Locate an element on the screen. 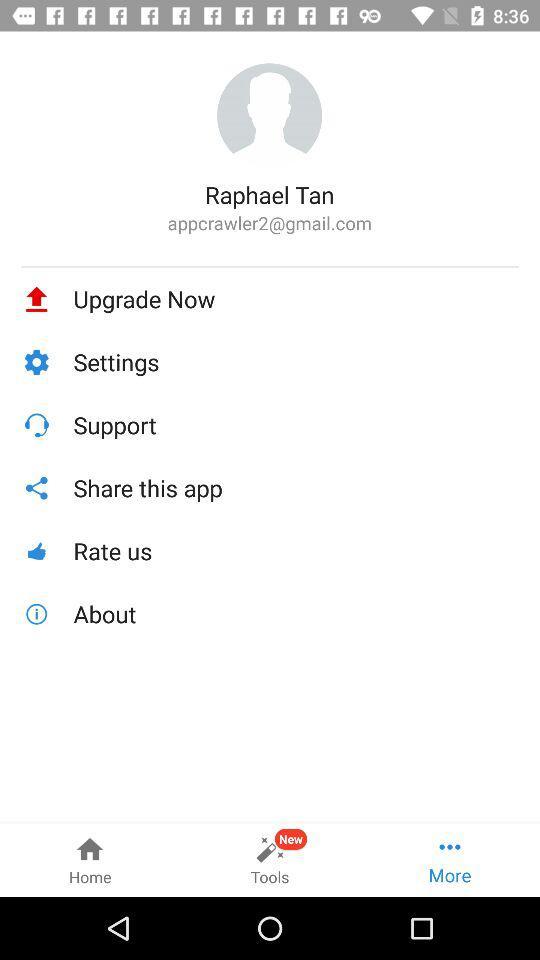 The image size is (540, 960). the rate us item is located at coordinates (295, 551).